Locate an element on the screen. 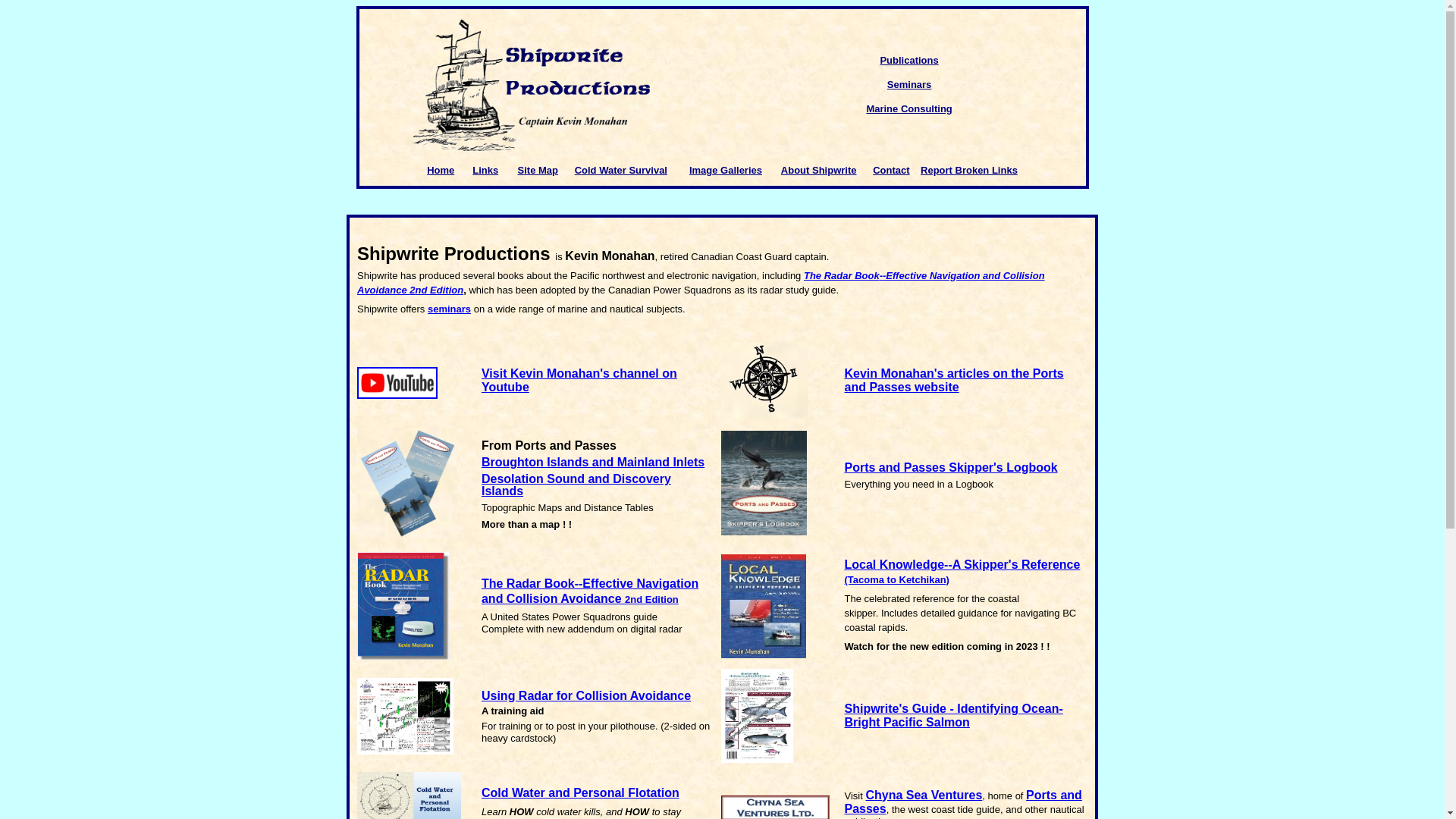 The width and height of the screenshot is (1456, 819). 'Site Map' is located at coordinates (538, 170).